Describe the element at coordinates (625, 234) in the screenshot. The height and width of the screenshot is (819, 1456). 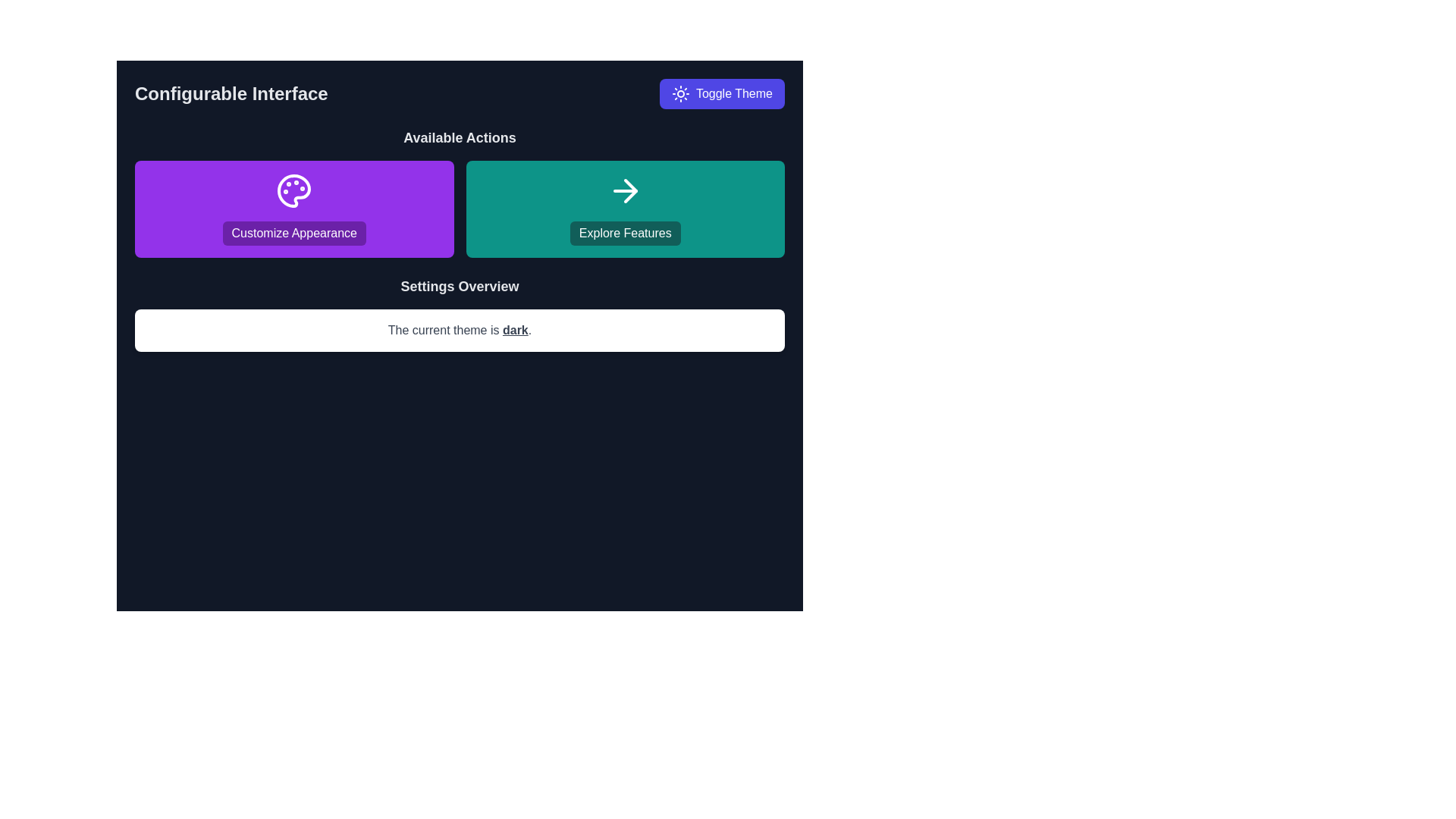
I see `the 'Explore Features' button with a teal background located in the 'Available Actions' section` at that location.